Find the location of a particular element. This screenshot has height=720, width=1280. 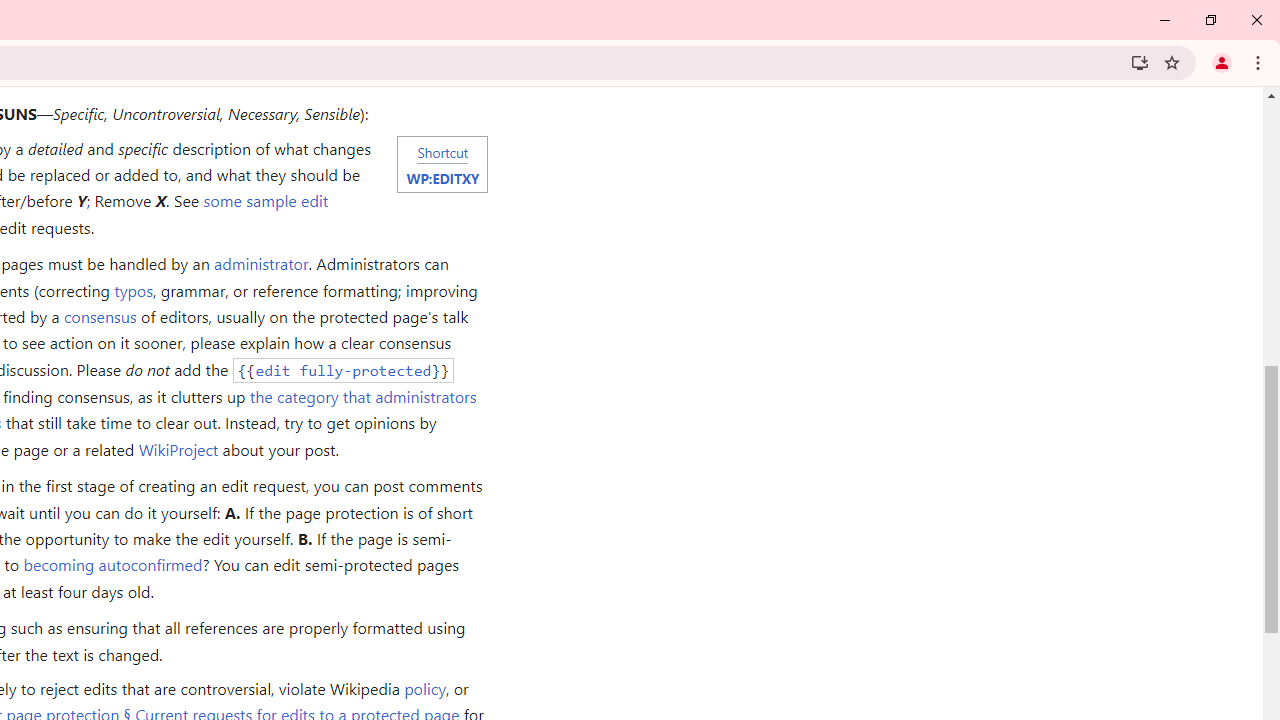

'You' is located at coordinates (1220, 61).